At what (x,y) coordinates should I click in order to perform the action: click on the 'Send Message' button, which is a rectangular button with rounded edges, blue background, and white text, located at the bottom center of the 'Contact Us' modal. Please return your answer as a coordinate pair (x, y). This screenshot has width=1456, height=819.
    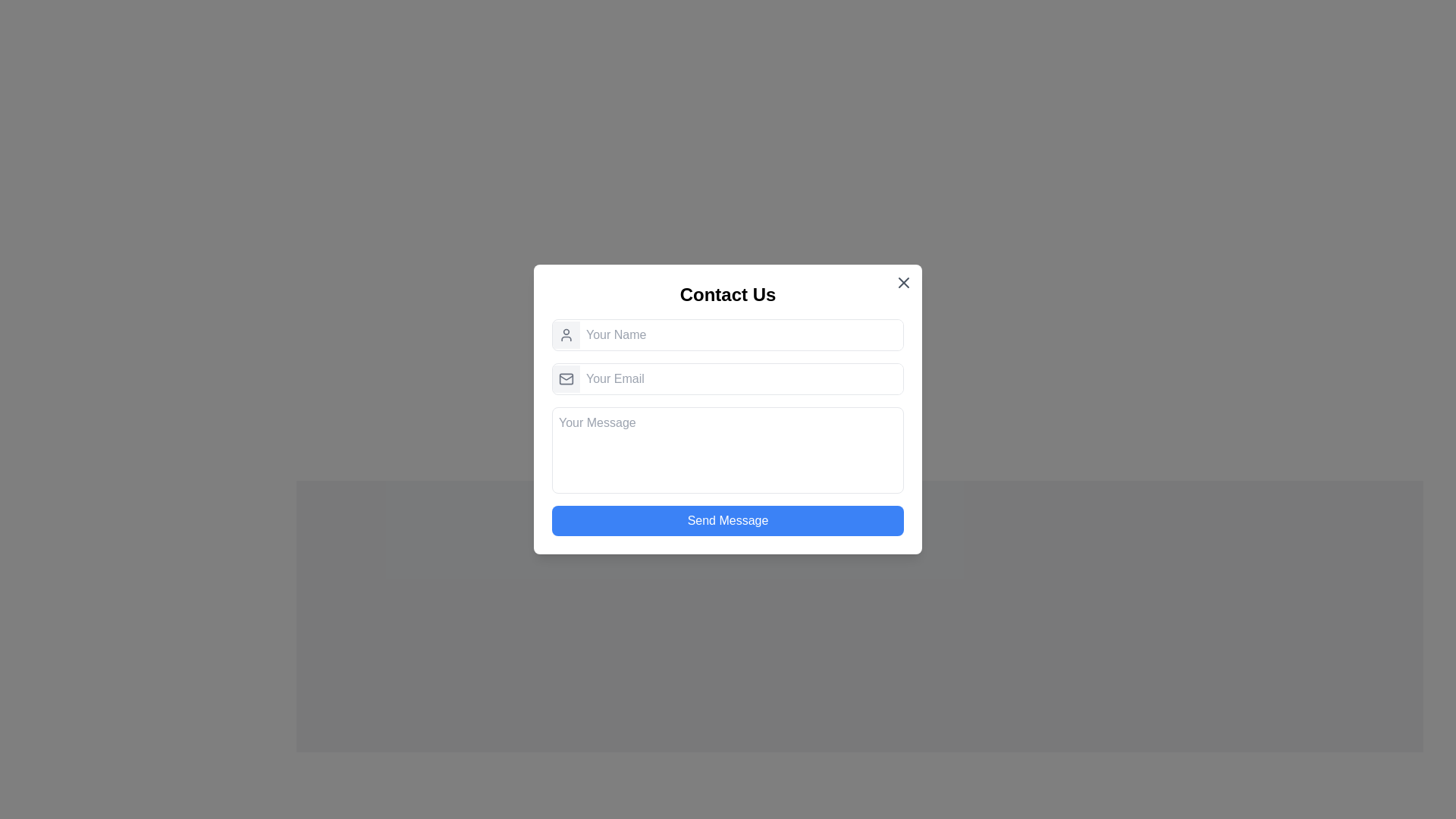
    Looking at the image, I should click on (728, 519).